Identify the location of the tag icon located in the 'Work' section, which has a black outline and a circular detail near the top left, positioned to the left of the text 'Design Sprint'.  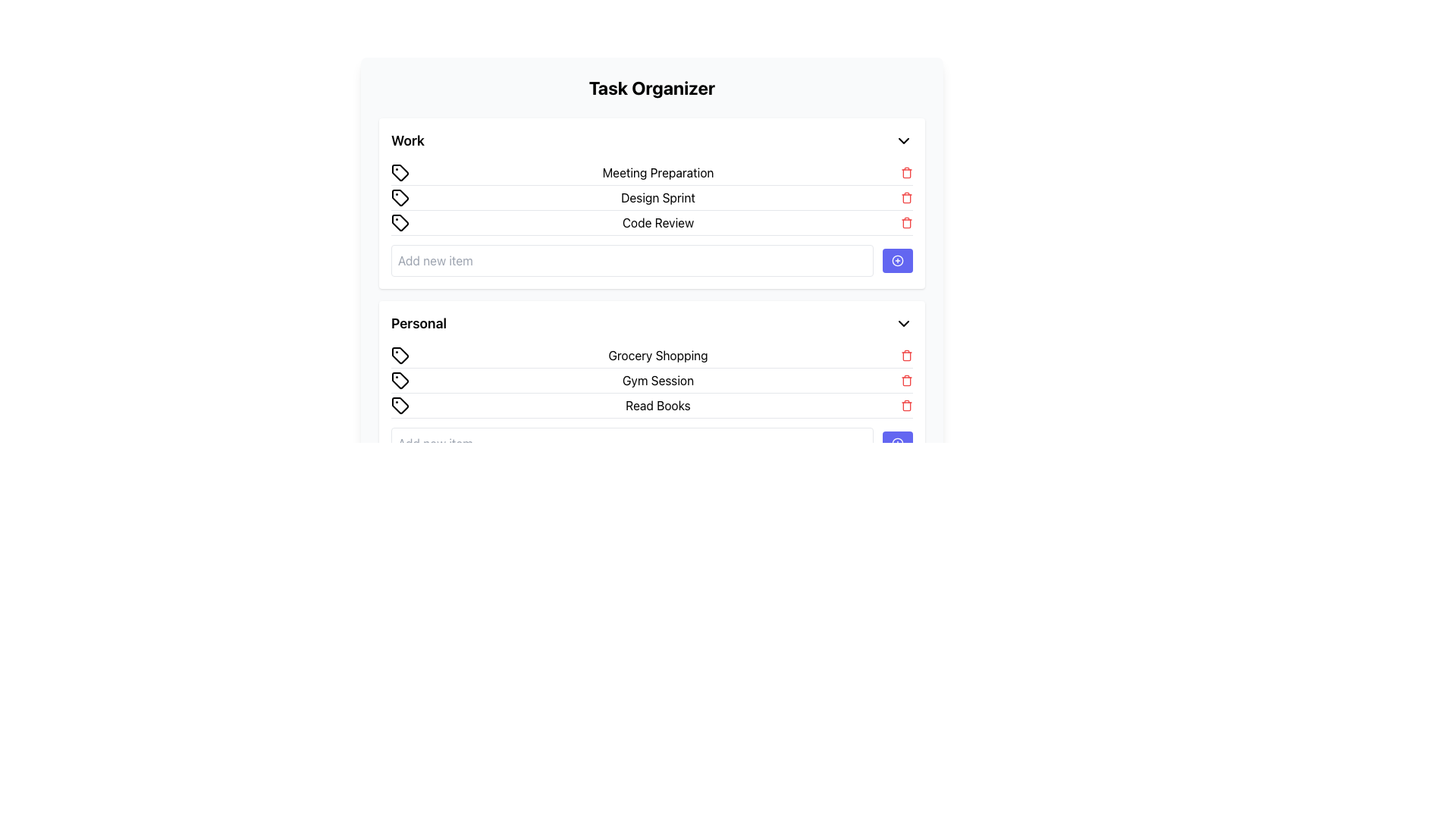
(400, 197).